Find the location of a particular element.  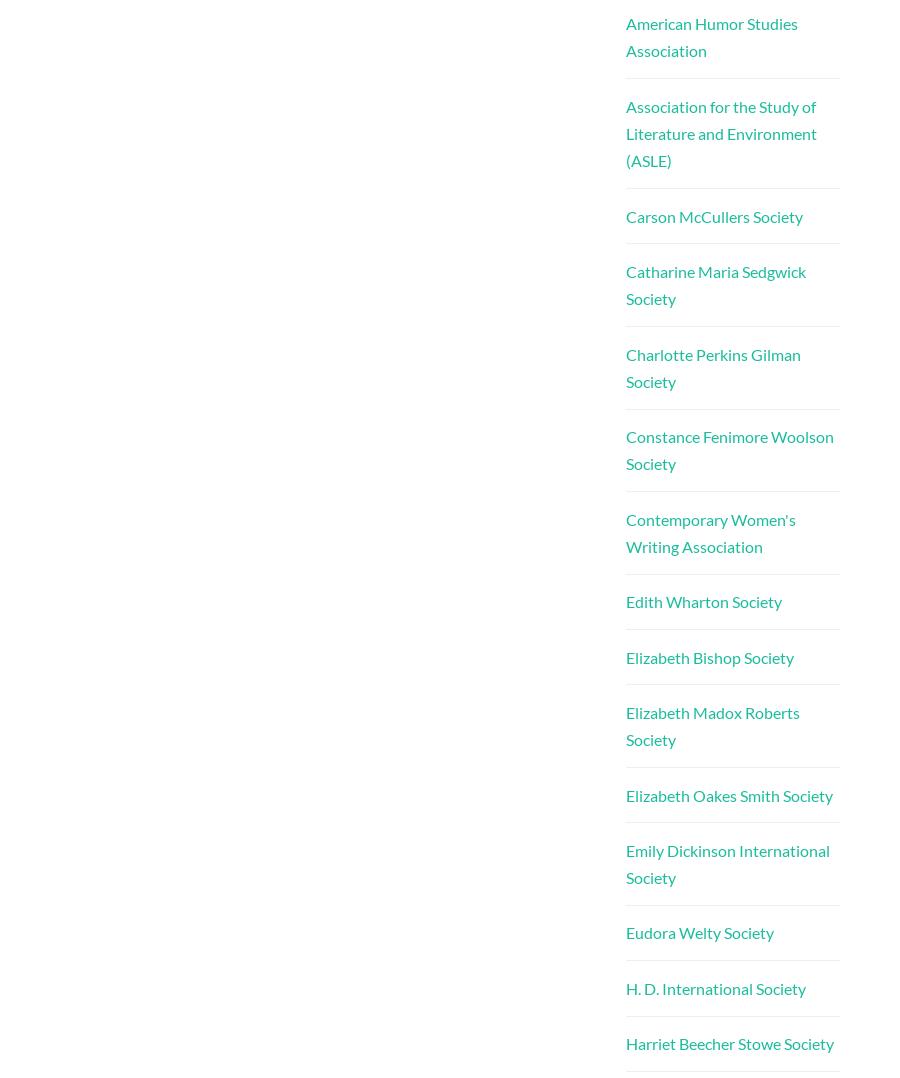

'Carson McCullers Society' is located at coordinates (712, 215).